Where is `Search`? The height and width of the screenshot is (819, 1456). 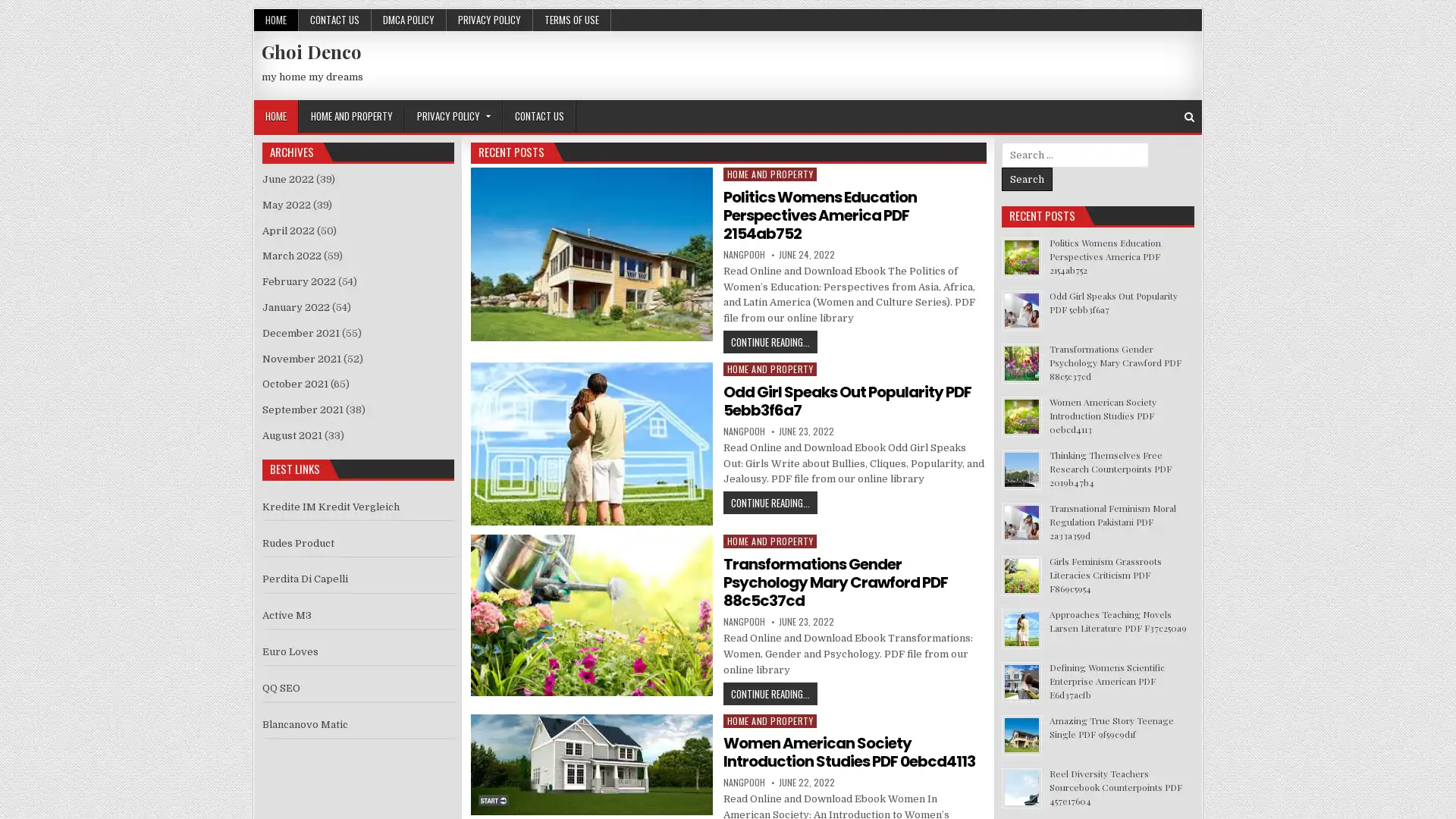
Search is located at coordinates (1027, 178).